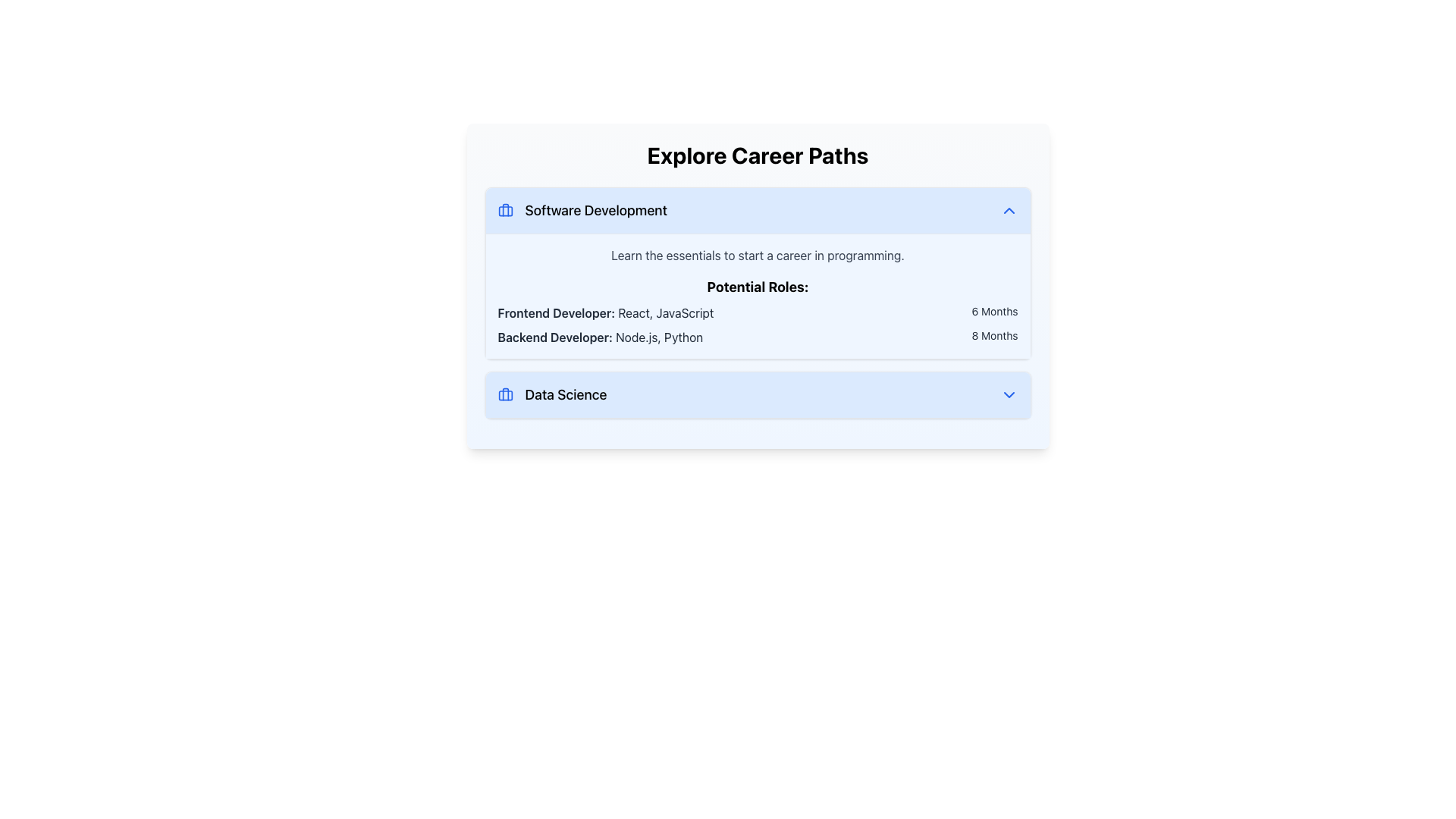 The height and width of the screenshot is (819, 1456). I want to click on informational Text Label indicating the job role 'Frontend Developer' and its relevant technologies 'React, JavaScript', located centrally within the card under the 'Potential Roles:' section, so click(604, 312).